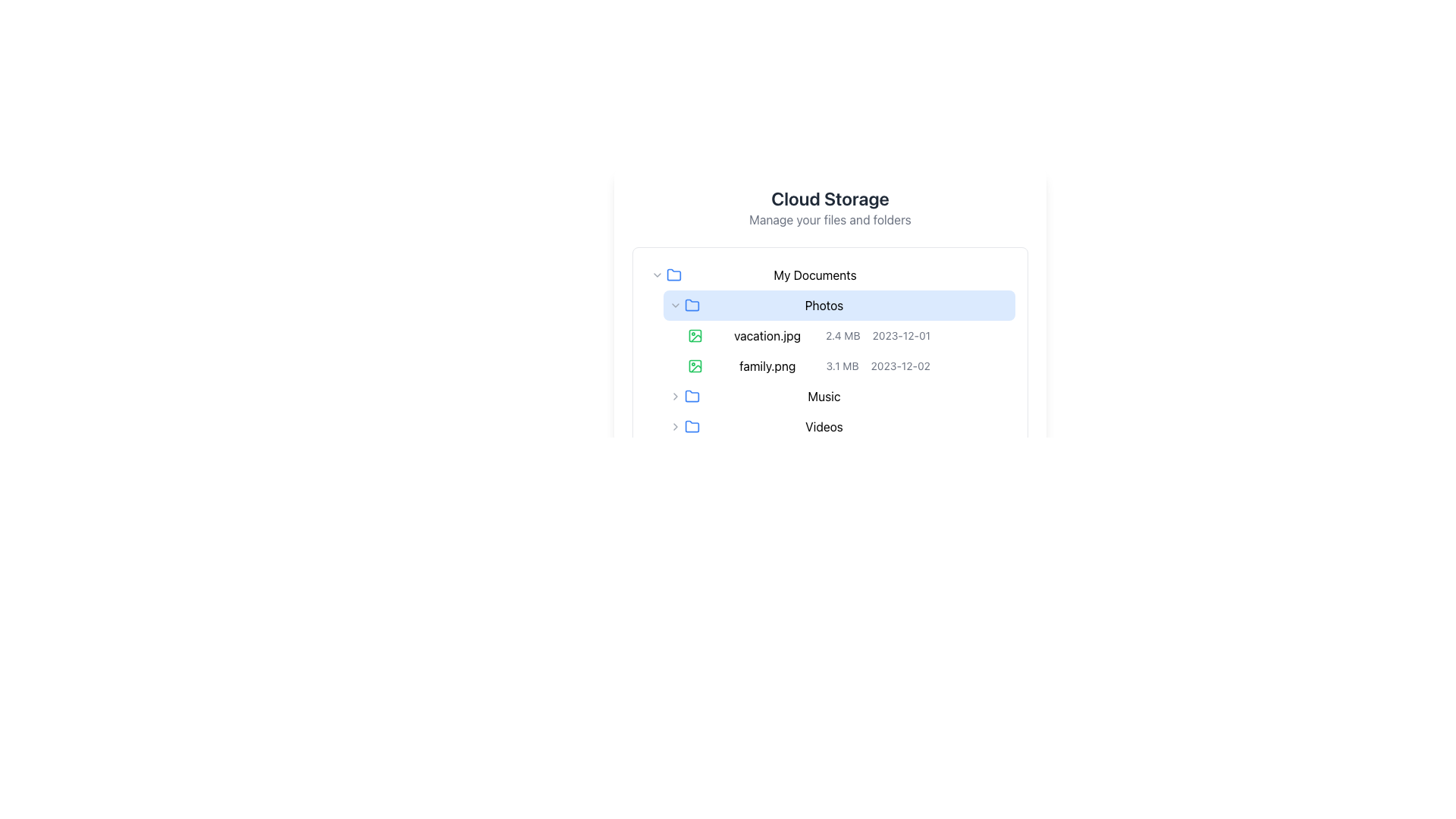  I want to click on the blue folder icon located to the left of the 'Photos' label, so click(691, 304).